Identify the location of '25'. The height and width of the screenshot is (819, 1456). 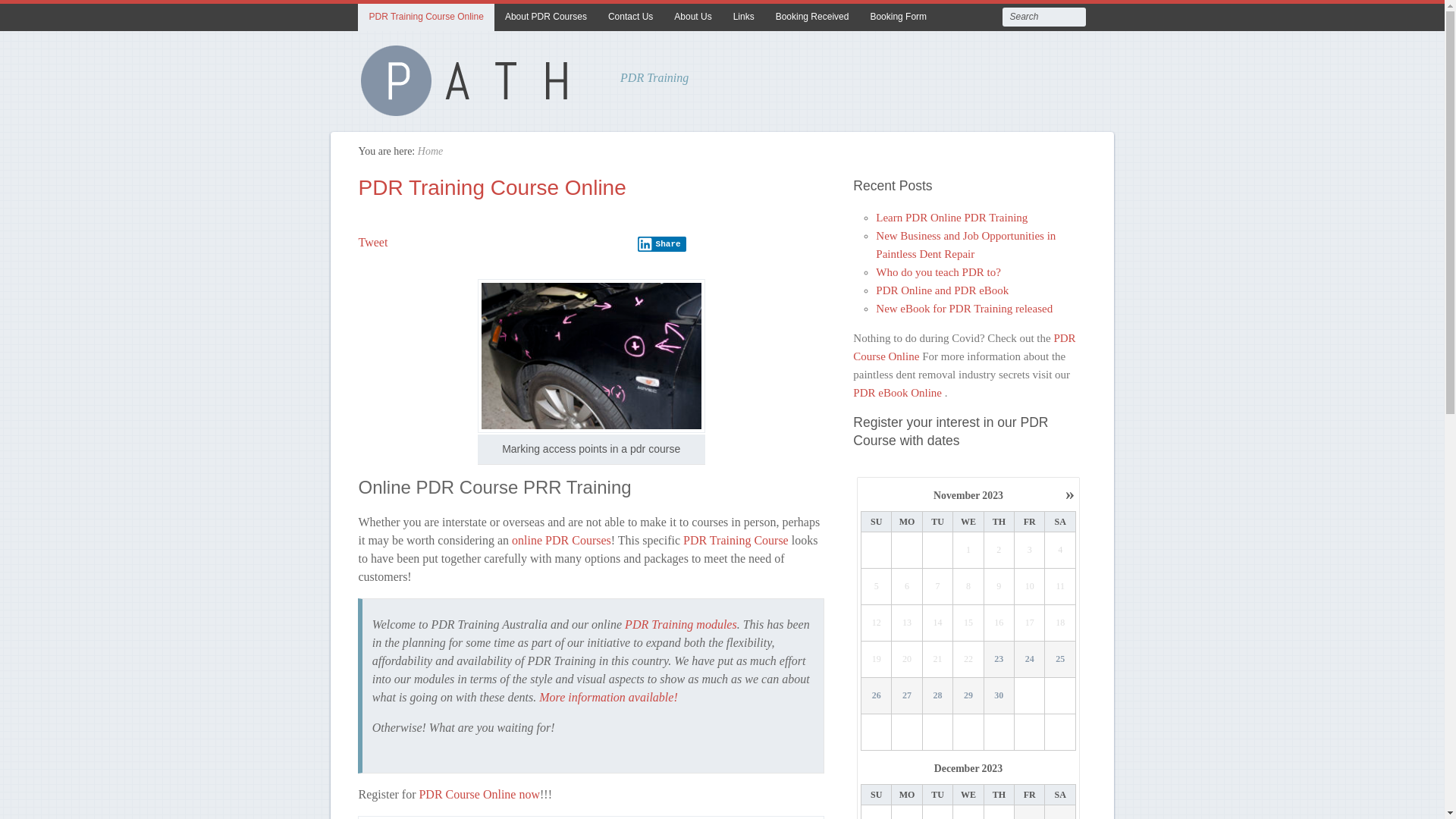
(1043, 659).